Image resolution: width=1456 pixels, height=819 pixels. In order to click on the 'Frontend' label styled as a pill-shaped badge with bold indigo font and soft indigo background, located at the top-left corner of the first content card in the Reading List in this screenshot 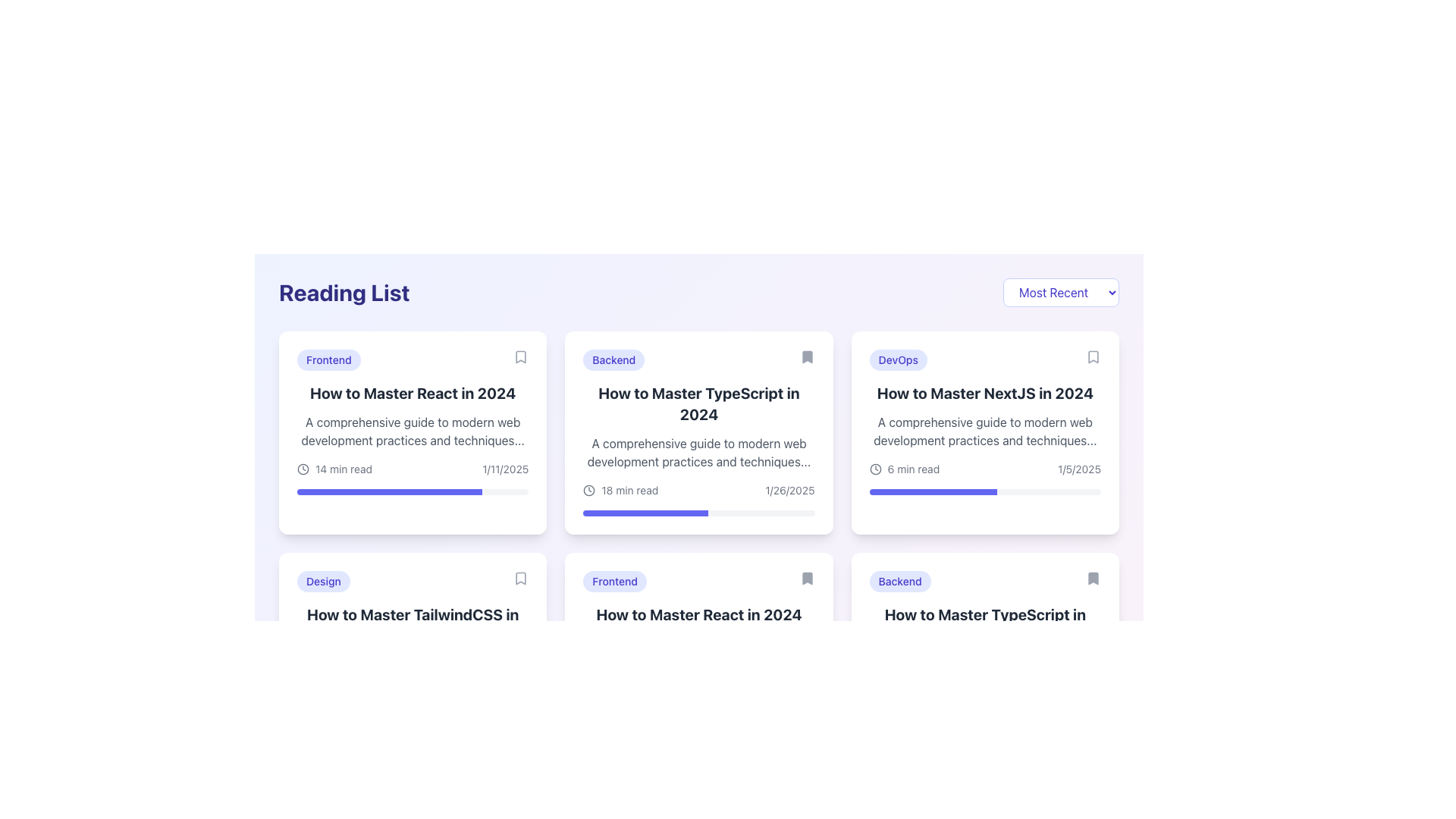, I will do `click(328, 359)`.